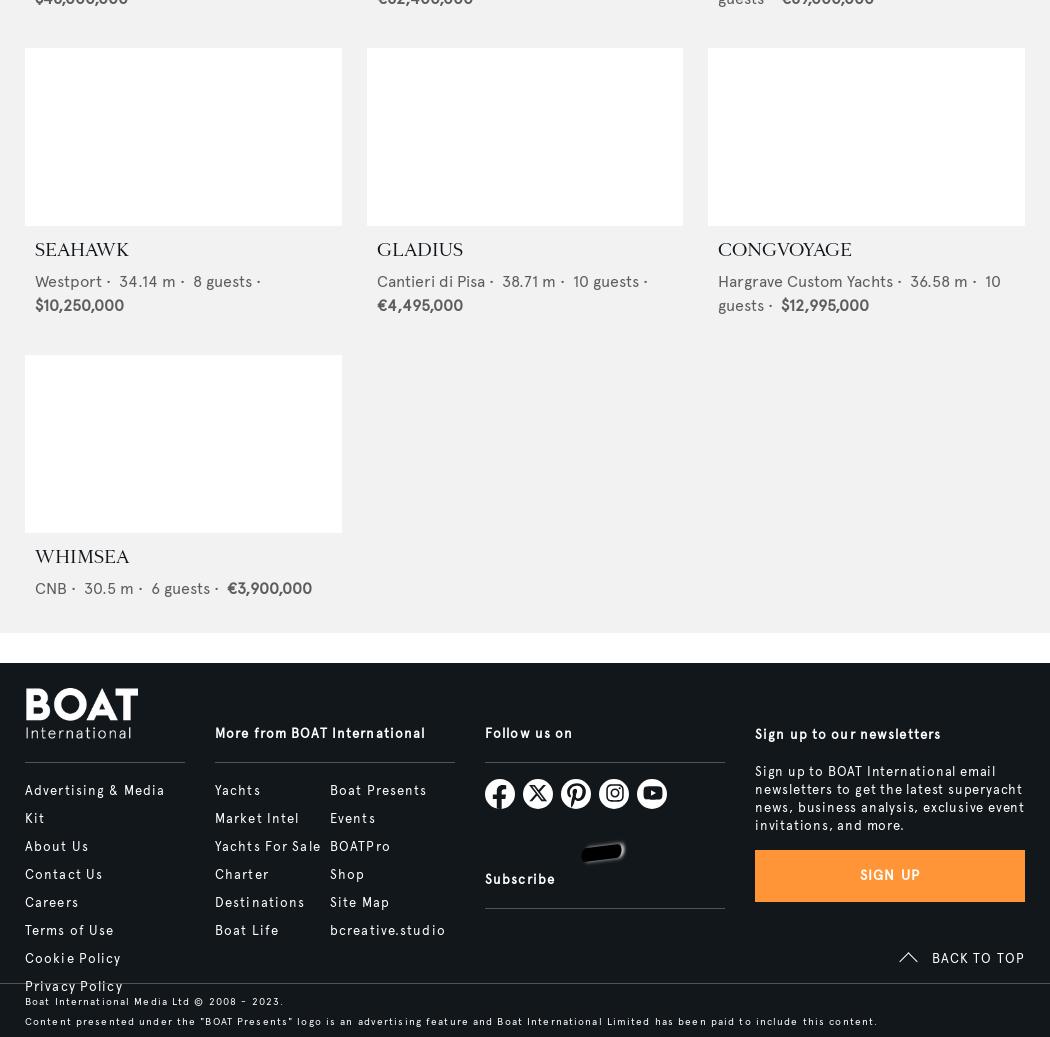 The width and height of the screenshot is (1050, 1037). What do you see at coordinates (50, 903) in the screenshot?
I see `'Careers'` at bounding box center [50, 903].